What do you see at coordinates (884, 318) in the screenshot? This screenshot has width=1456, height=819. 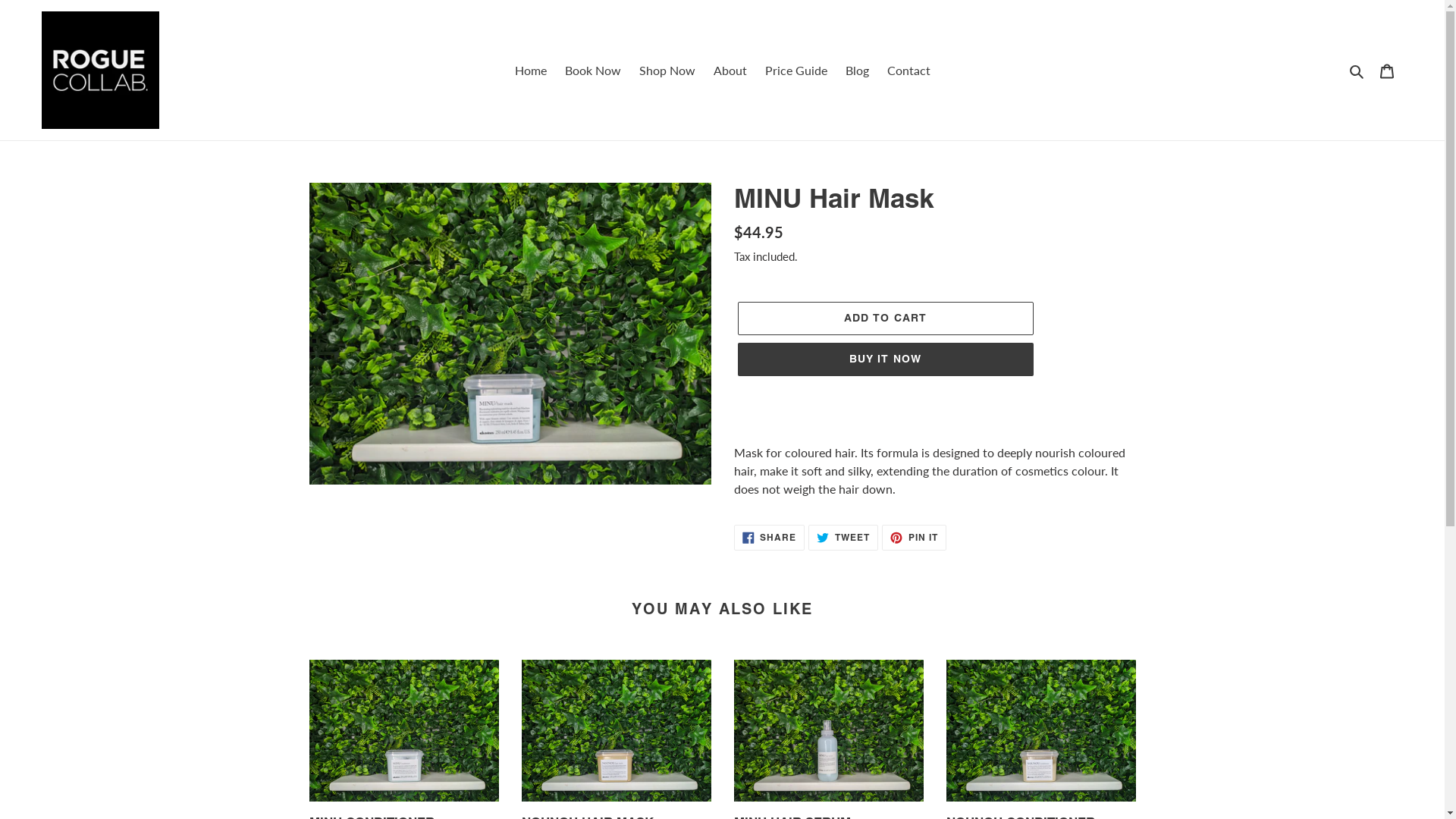 I see `'ADD TO CART'` at bounding box center [884, 318].